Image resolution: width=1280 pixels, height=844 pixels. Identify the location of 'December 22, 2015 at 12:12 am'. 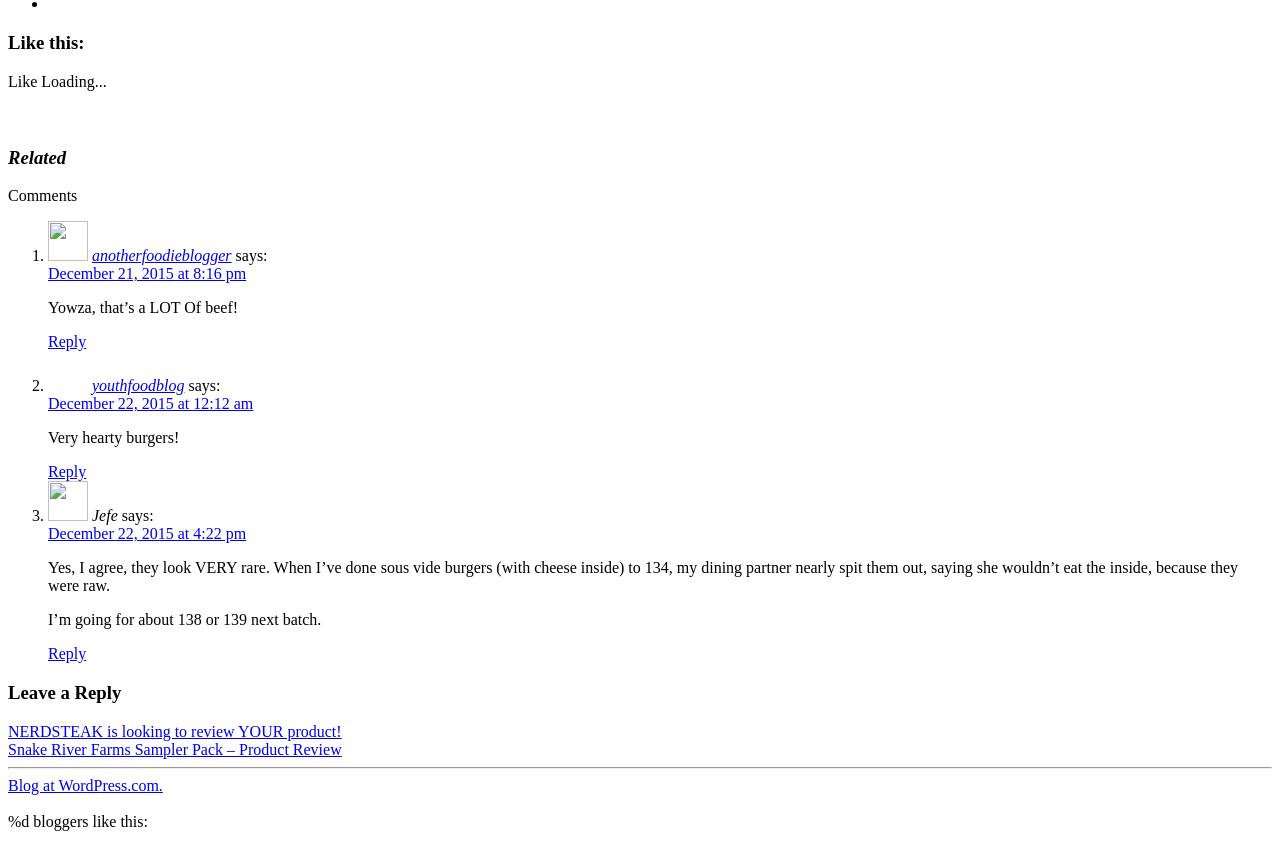
(149, 403).